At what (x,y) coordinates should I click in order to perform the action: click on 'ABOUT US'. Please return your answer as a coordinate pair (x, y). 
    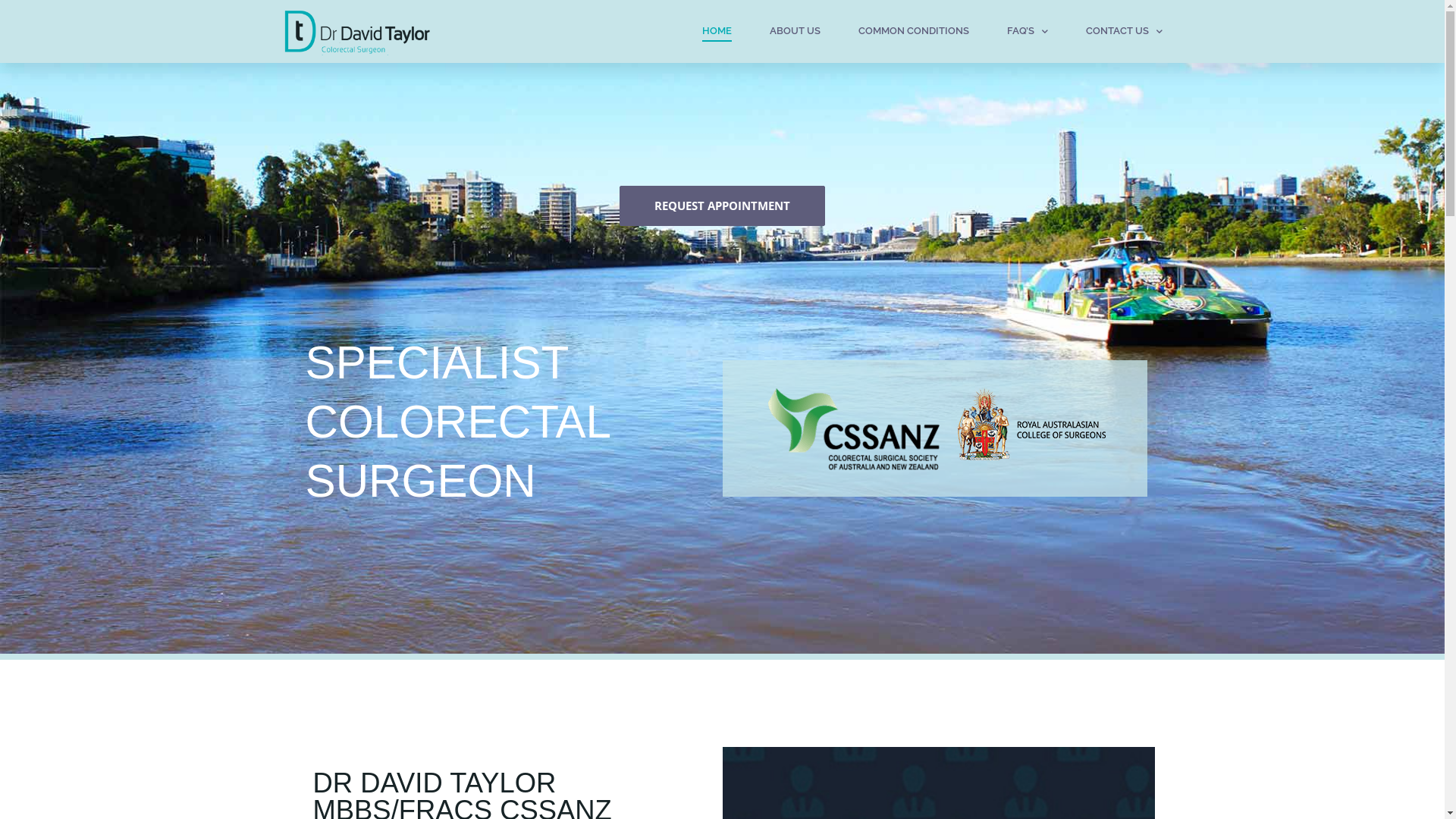
    Looking at the image, I should click on (768, 31).